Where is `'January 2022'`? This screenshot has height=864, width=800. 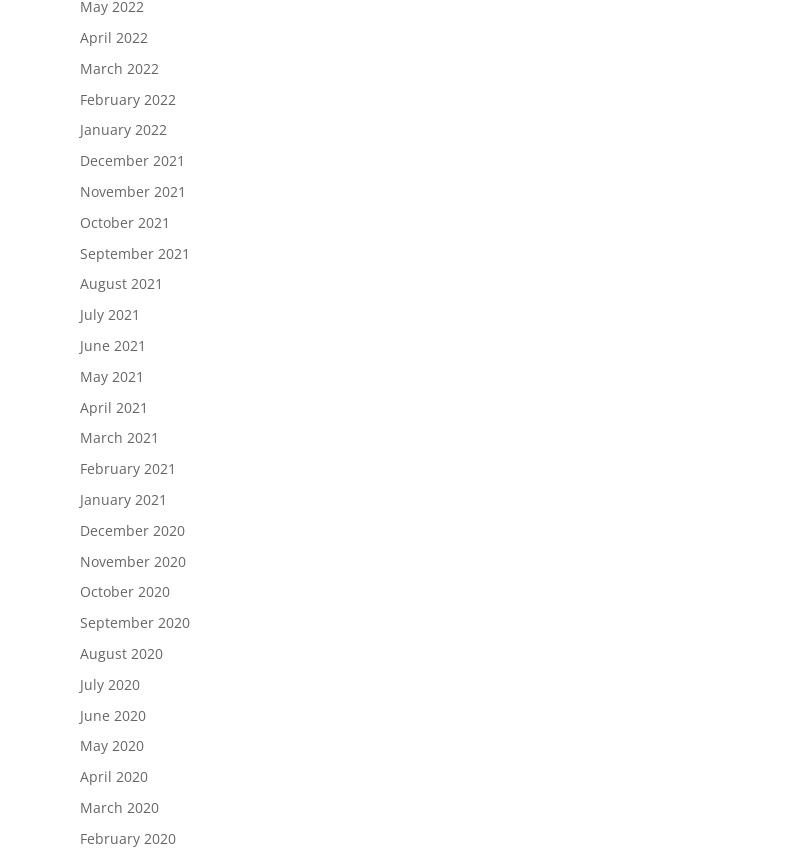 'January 2022' is located at coordinates (122, 128).